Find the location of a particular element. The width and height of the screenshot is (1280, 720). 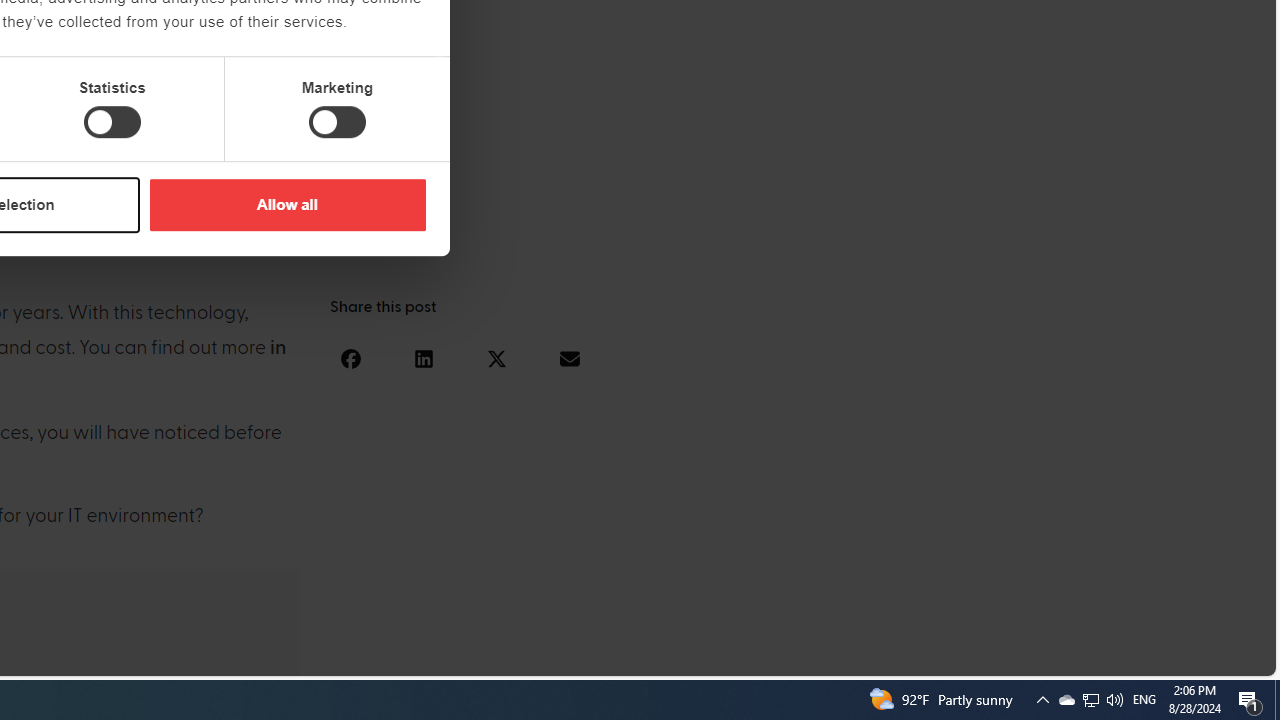

'Allow all' is located at coordinates (286, 204).